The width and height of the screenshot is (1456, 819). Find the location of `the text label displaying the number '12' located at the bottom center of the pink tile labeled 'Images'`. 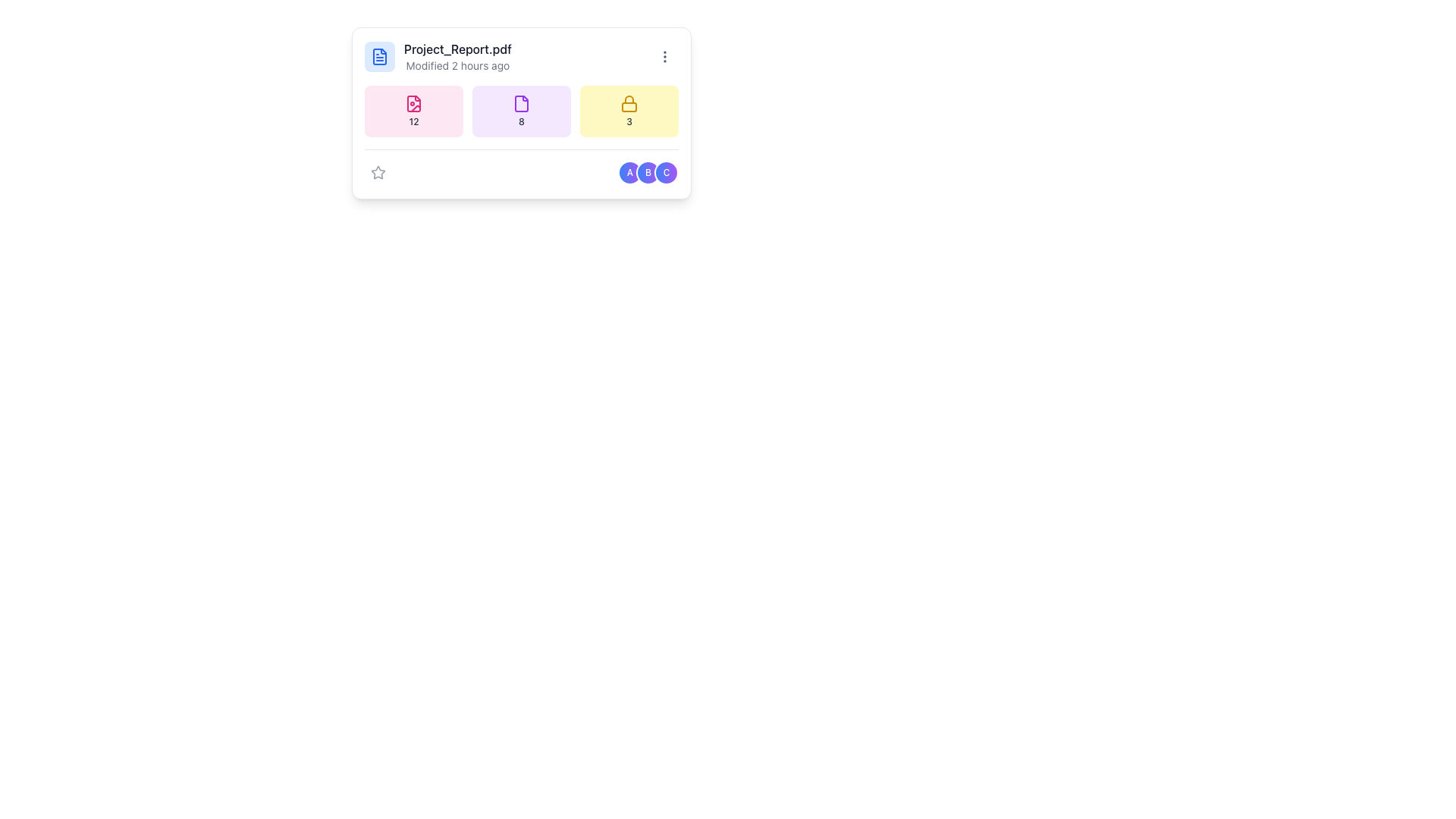

the text label displaying the number '12' located at the bottom center of the pink tile labeled 'Images' is located at coordinates (414, 121).